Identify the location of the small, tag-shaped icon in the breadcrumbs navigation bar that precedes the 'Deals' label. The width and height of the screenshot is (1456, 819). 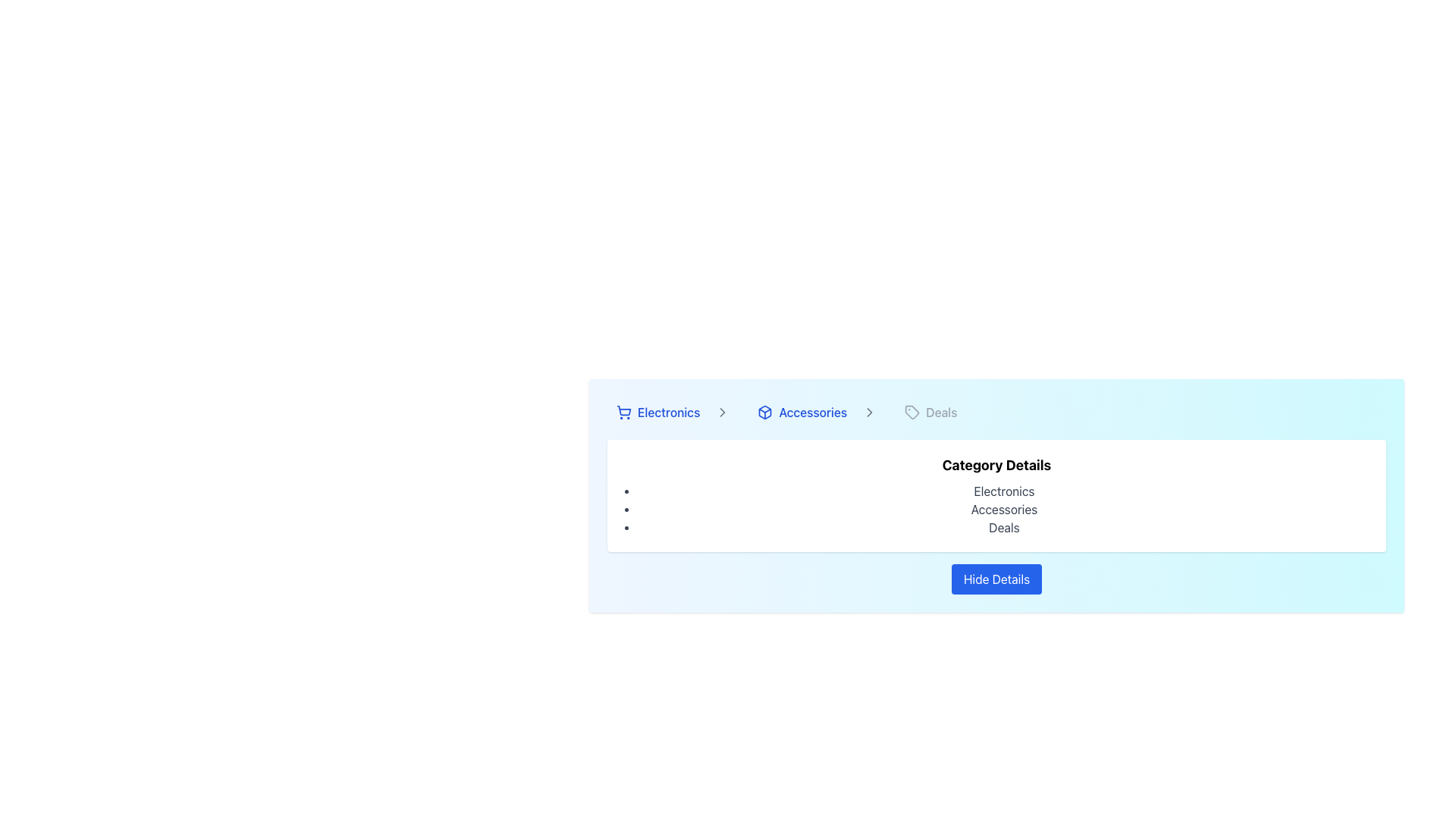
(912, 412).